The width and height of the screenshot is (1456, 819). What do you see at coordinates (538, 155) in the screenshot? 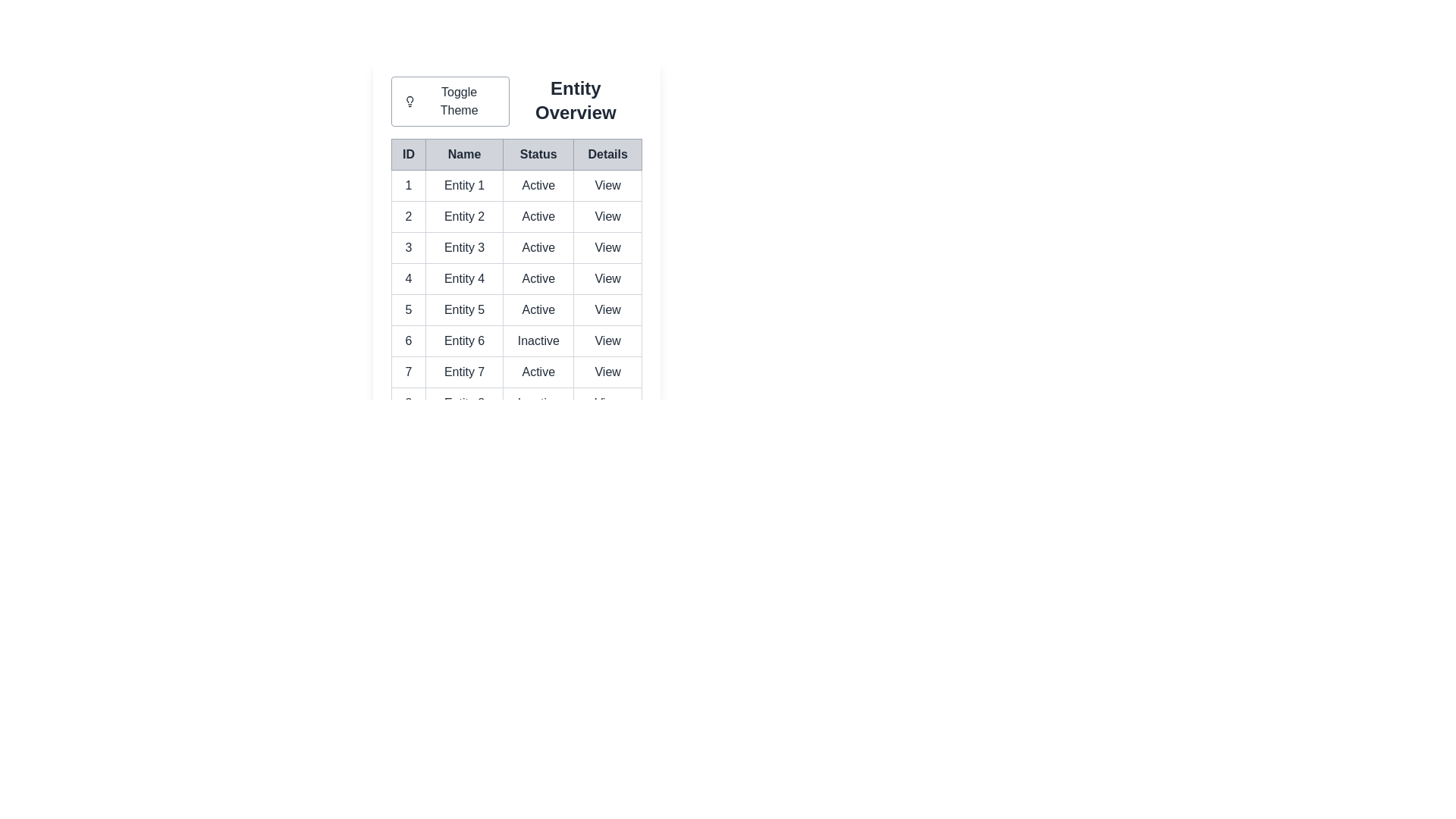
I see `the table header labeled Status to sort the data by that column` at bounding box center [538, 155].